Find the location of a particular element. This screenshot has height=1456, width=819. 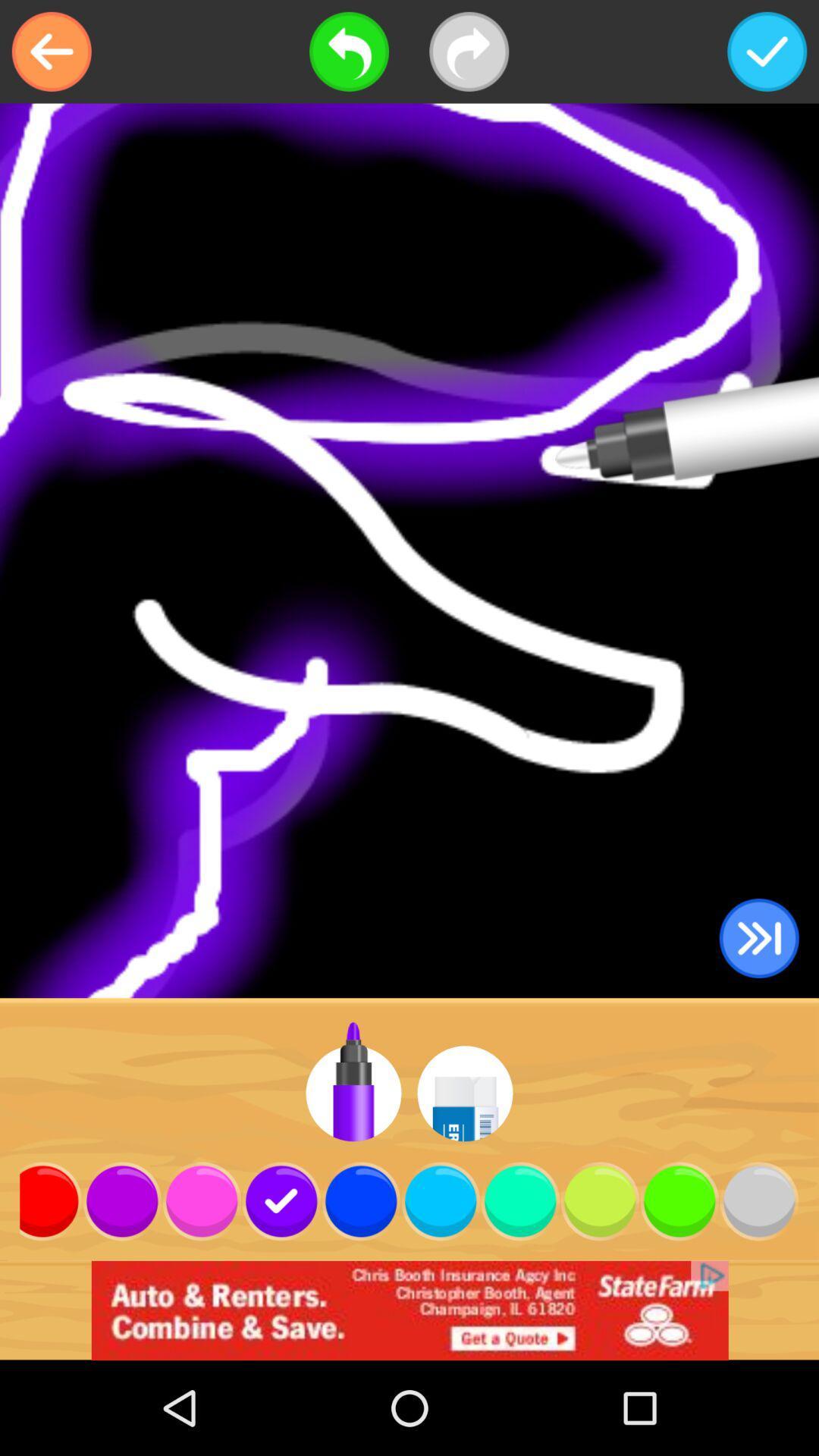

button to accept drawing is located at coordinates (767, 52).